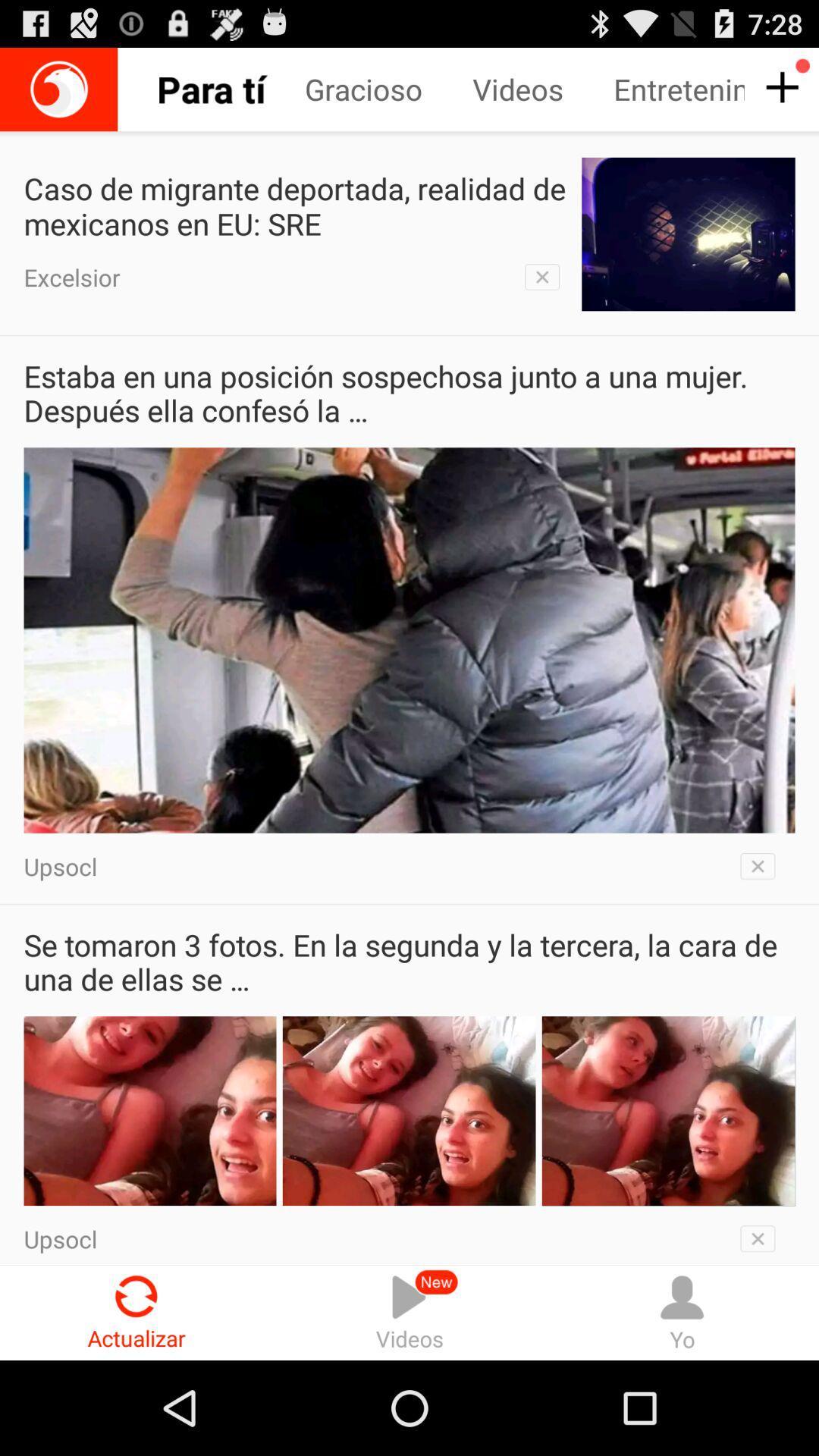  What do you see at coordinates (388, 89) in the screenshot?
I see `gracioso item` at bounding box center [388, 89].